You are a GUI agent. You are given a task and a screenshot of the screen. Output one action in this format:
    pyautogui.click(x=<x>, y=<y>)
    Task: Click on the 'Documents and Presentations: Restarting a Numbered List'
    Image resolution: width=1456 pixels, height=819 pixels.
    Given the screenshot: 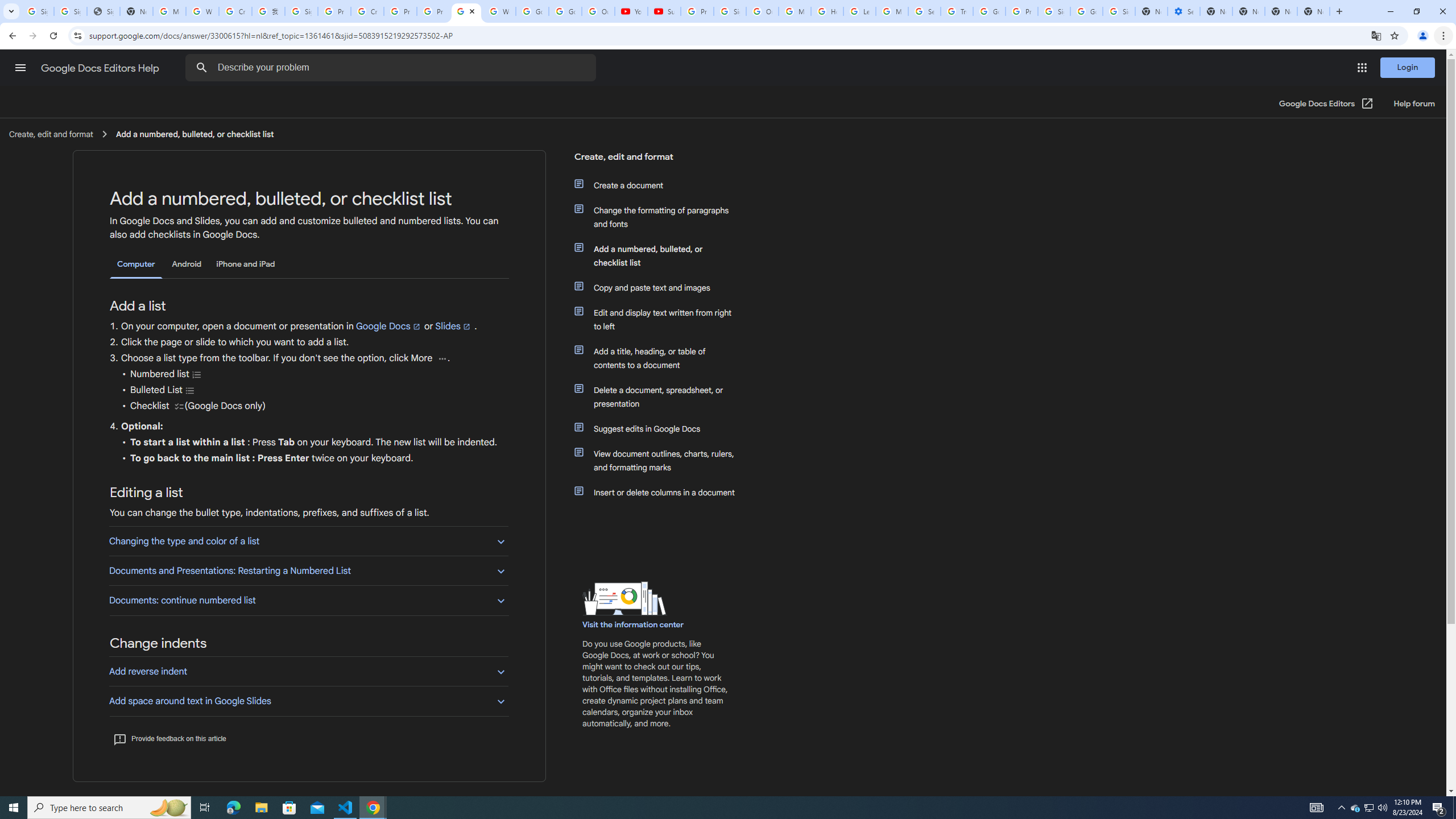 What is the action you would take?
    pyautogui.click(x=308, y=570)
    